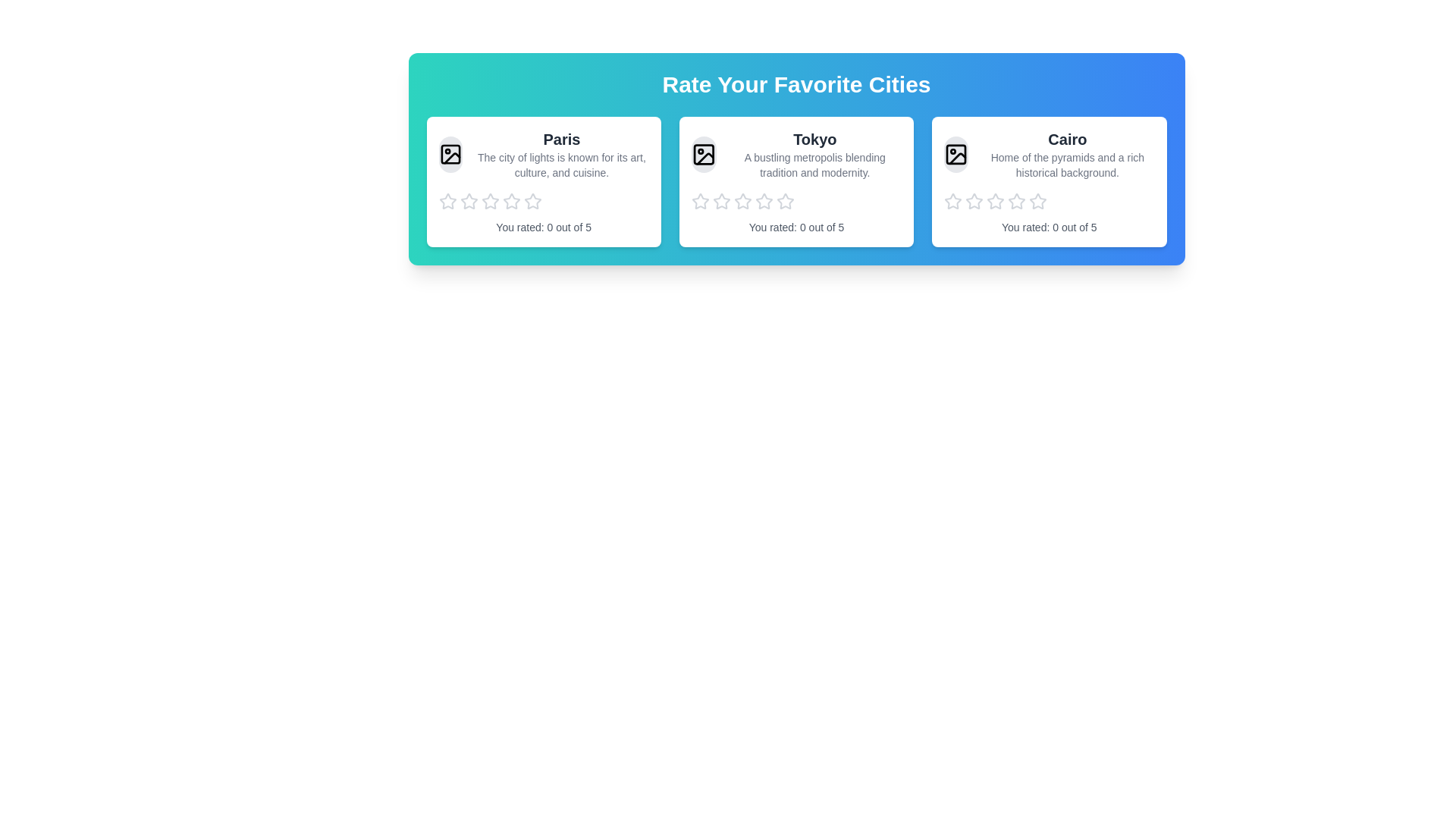  I want to click on the first star in the rating mechanism located under the title 'Paris' in the 'Rate Your Favorite Cities' interface, so click(447, 201).